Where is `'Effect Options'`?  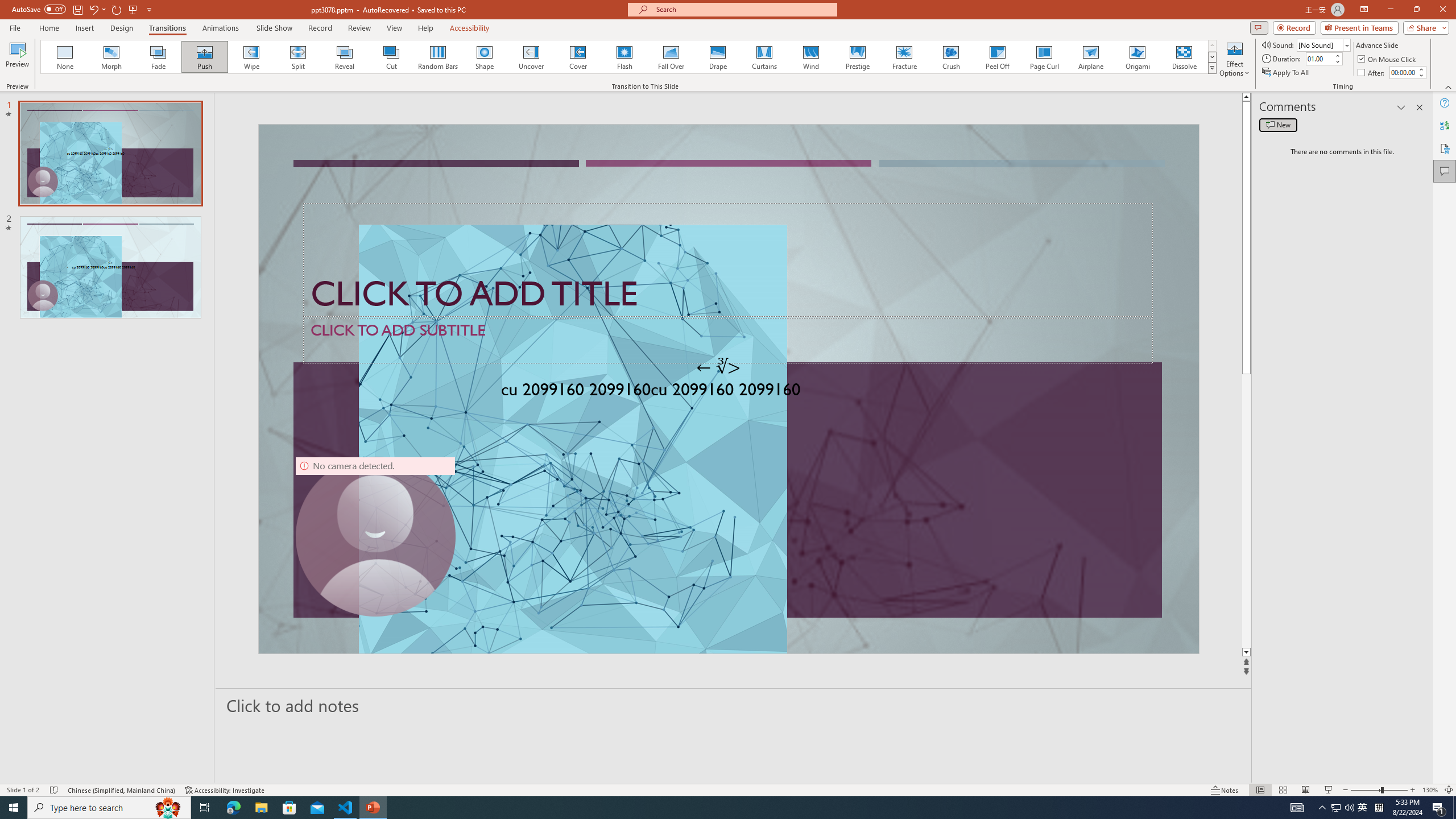
'Effect Options' is located at coordinates (1234, 59).